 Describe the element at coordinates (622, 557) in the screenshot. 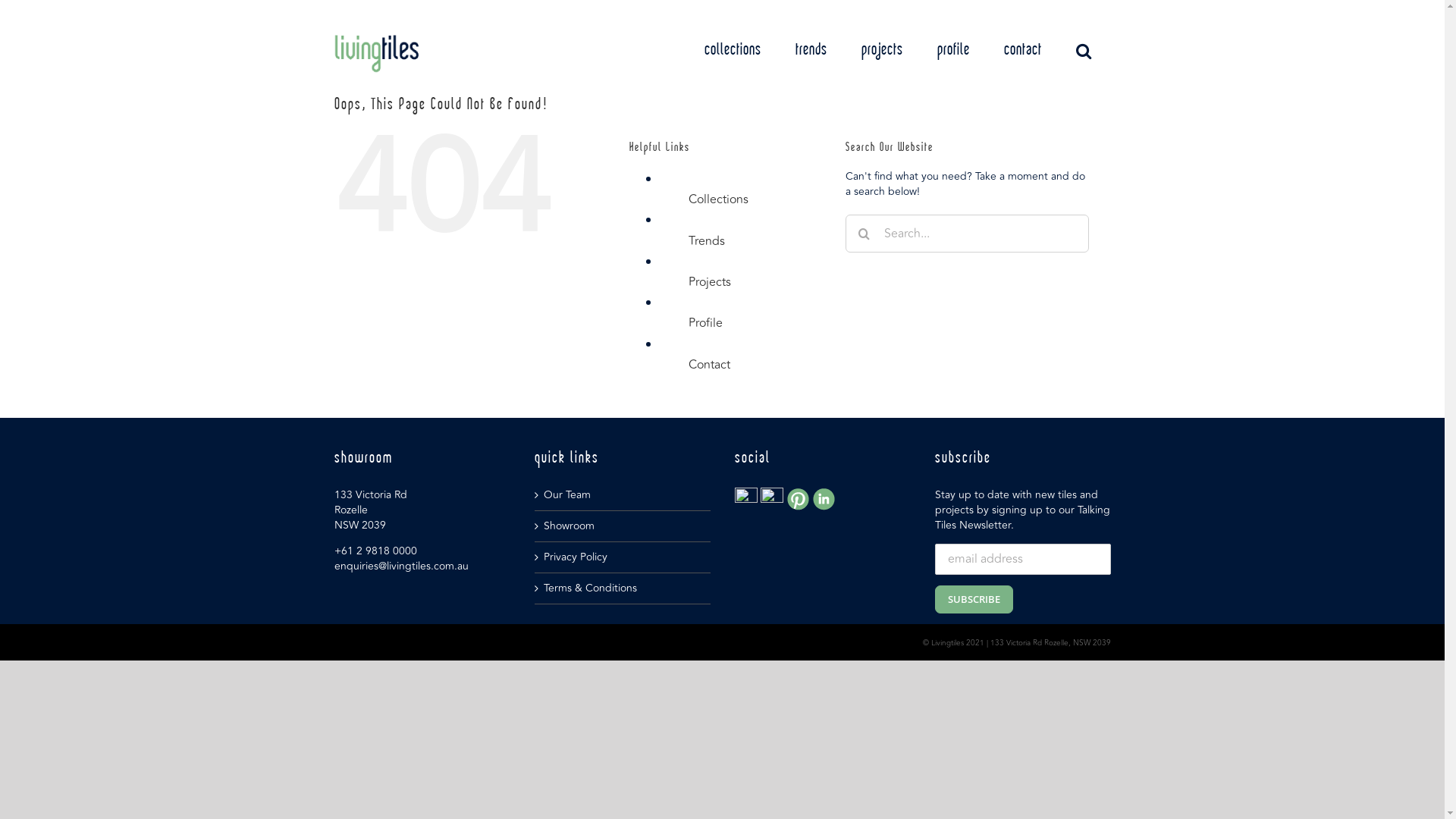

I see `'Privacy Policy'` at that location.